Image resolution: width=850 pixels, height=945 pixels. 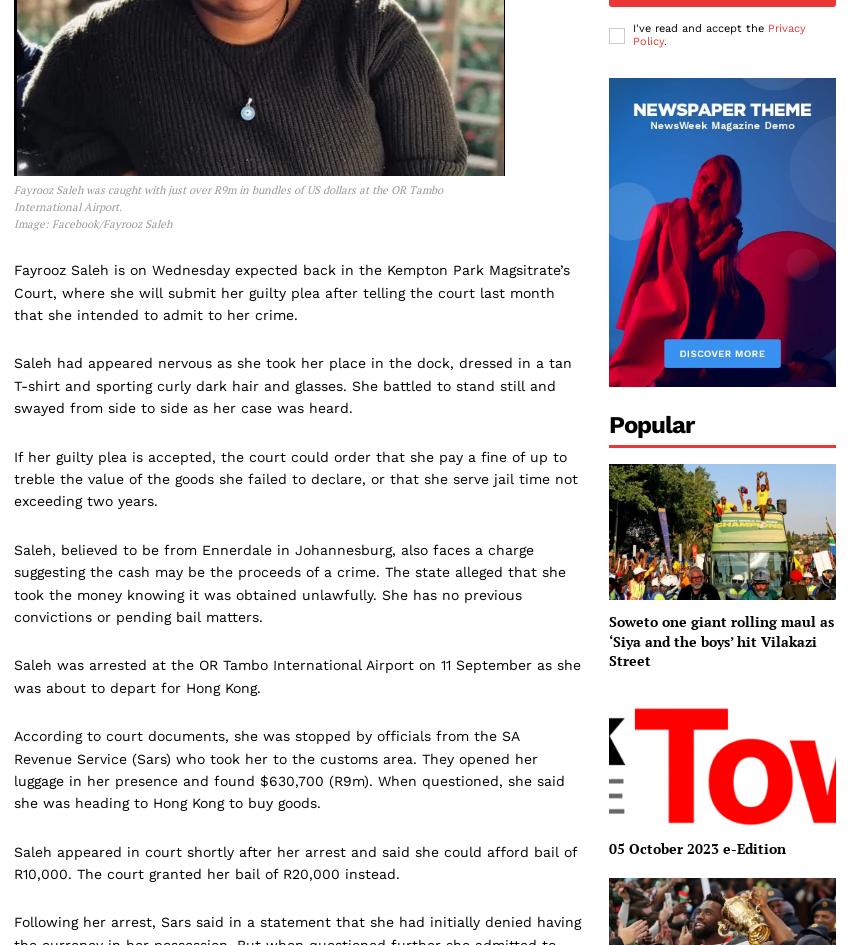 What do you see at coordinates (608, 639) in the screenshot?
I see `'Soweto one giant rolling maul as ‘Siya and the boys’ hit Vilakazi Street'` at bounding box center [608, 639].